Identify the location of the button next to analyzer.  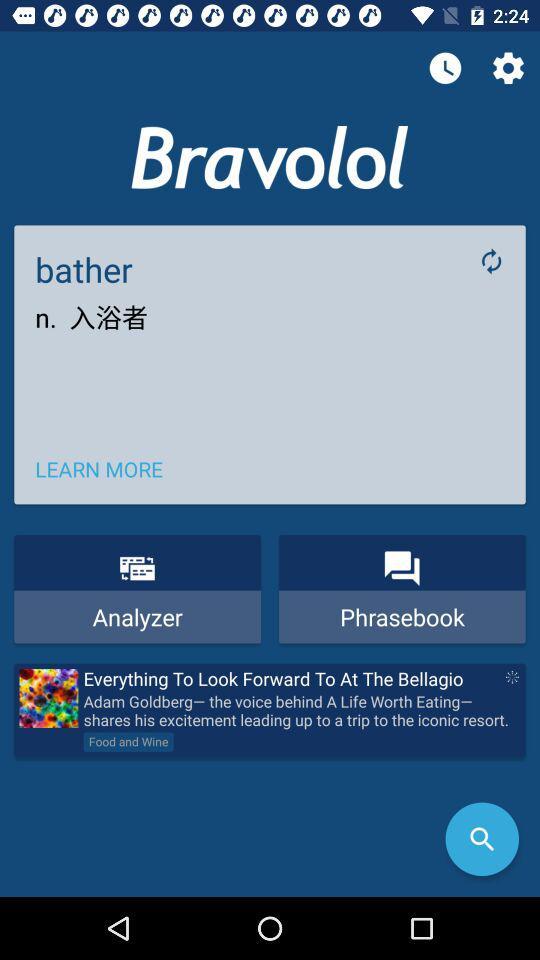
(402, 588).